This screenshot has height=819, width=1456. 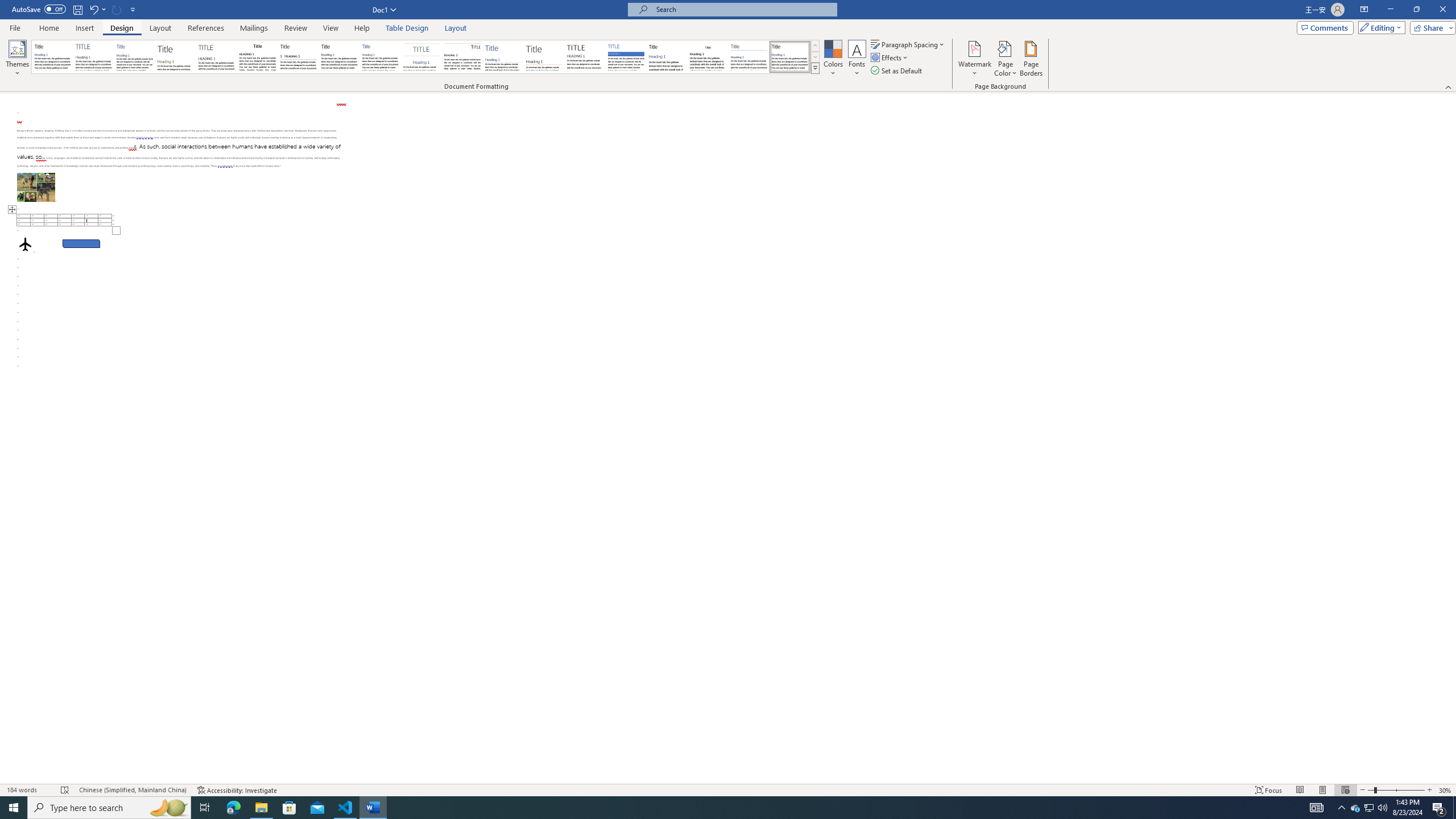 I want to click on 'Fonts', so click(x=856, y=59).